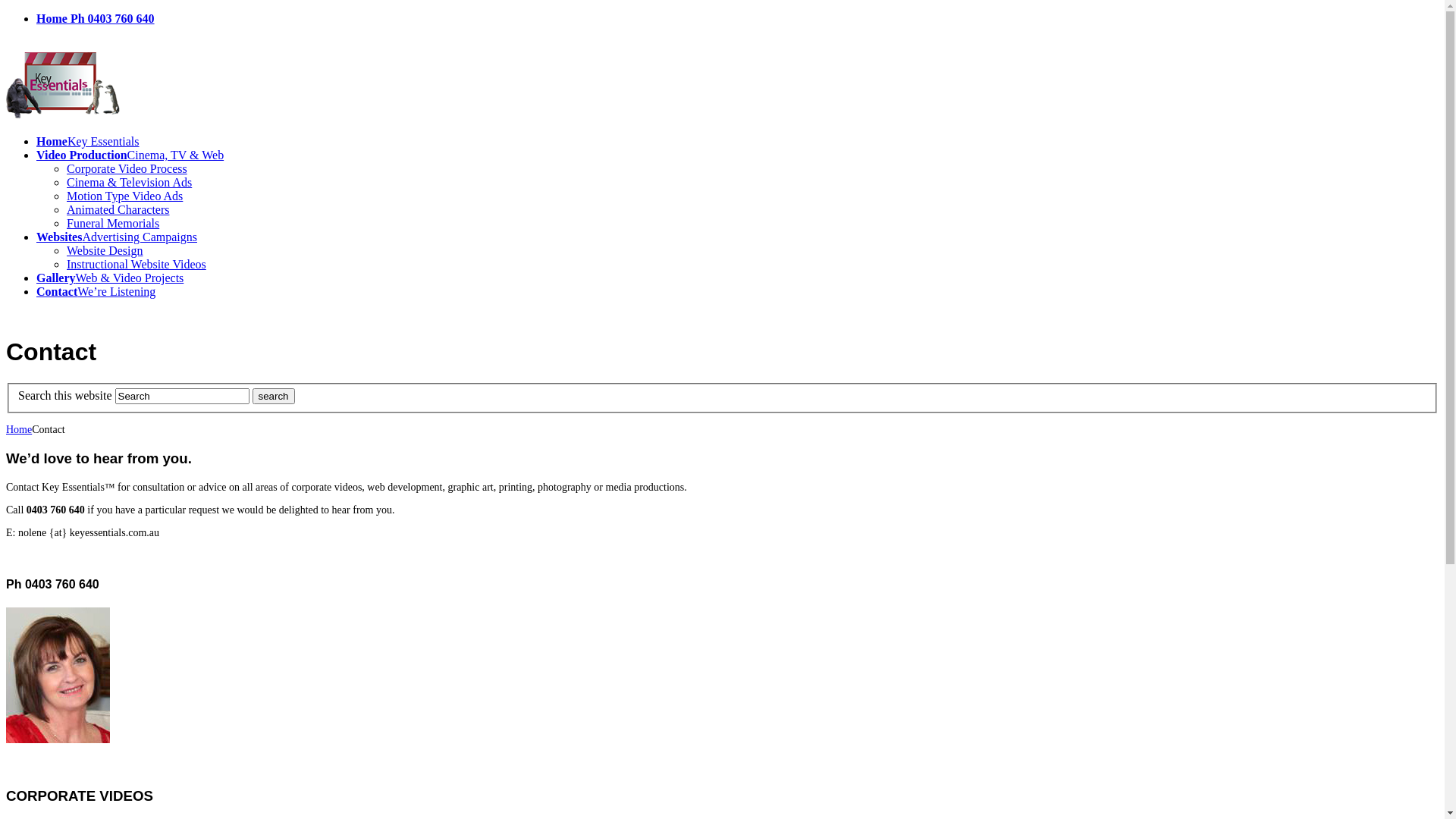  I want to click on 'Video ProductionCinema, TV & Web', so click(130, 155).